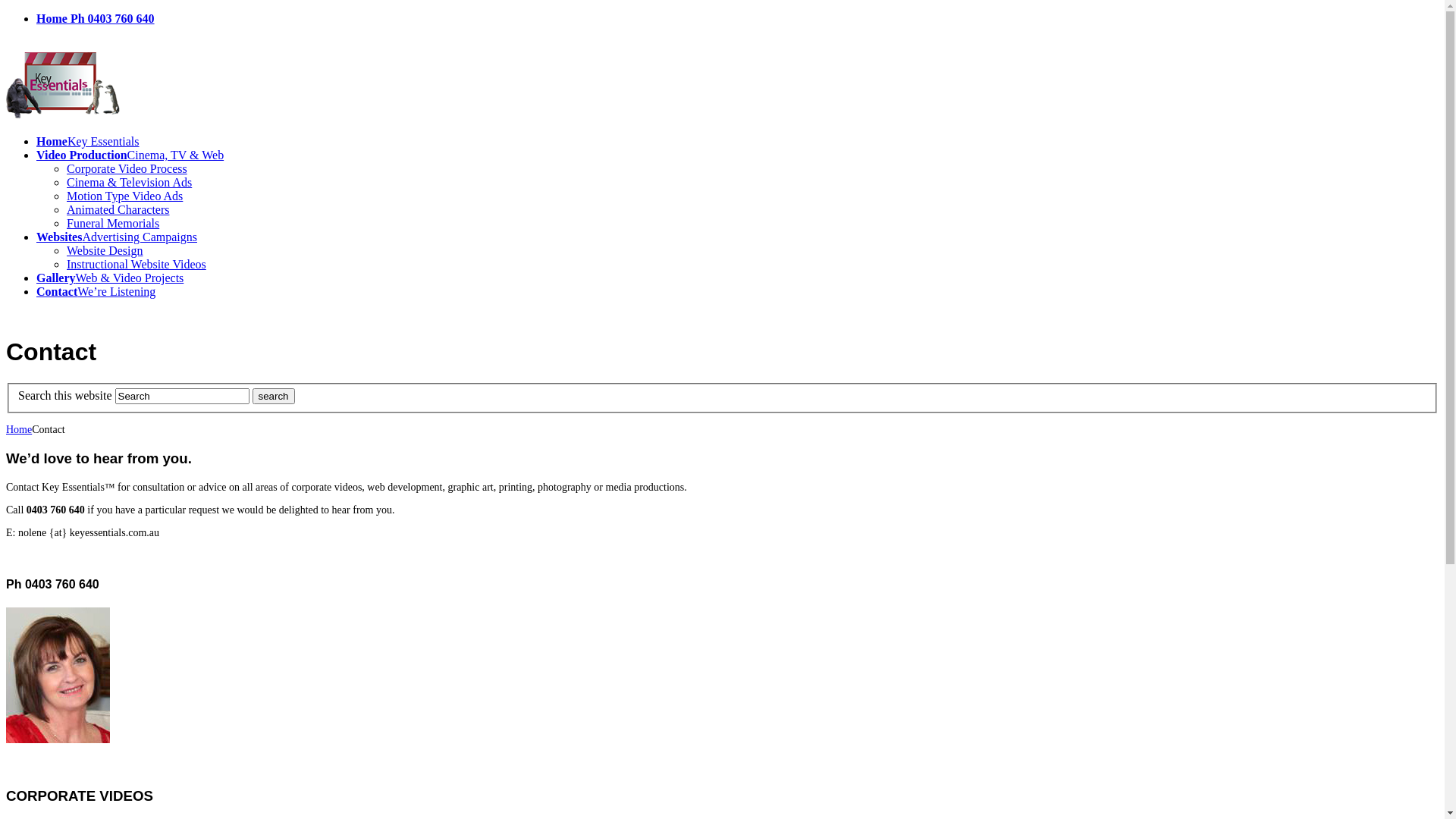  I want to click on 'Video ProductionCinema, TV & Web', so click(130, 155).